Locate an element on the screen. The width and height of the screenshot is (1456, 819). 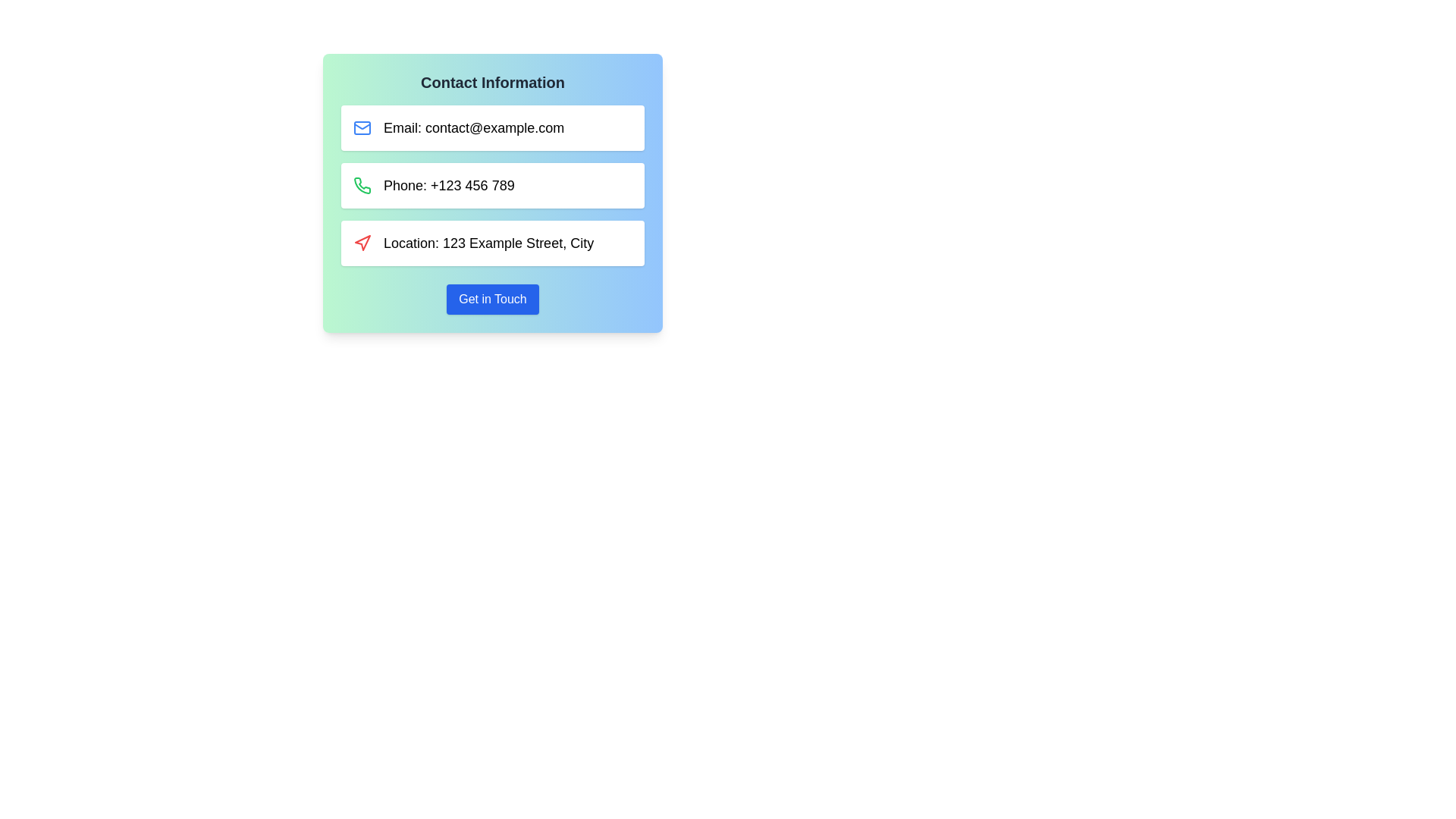
the phone icon with a green outline located in the 'Contact Information' section, positioned to the left of the label 'Phone: +123 456 789' is located at coordinates (362, 185).